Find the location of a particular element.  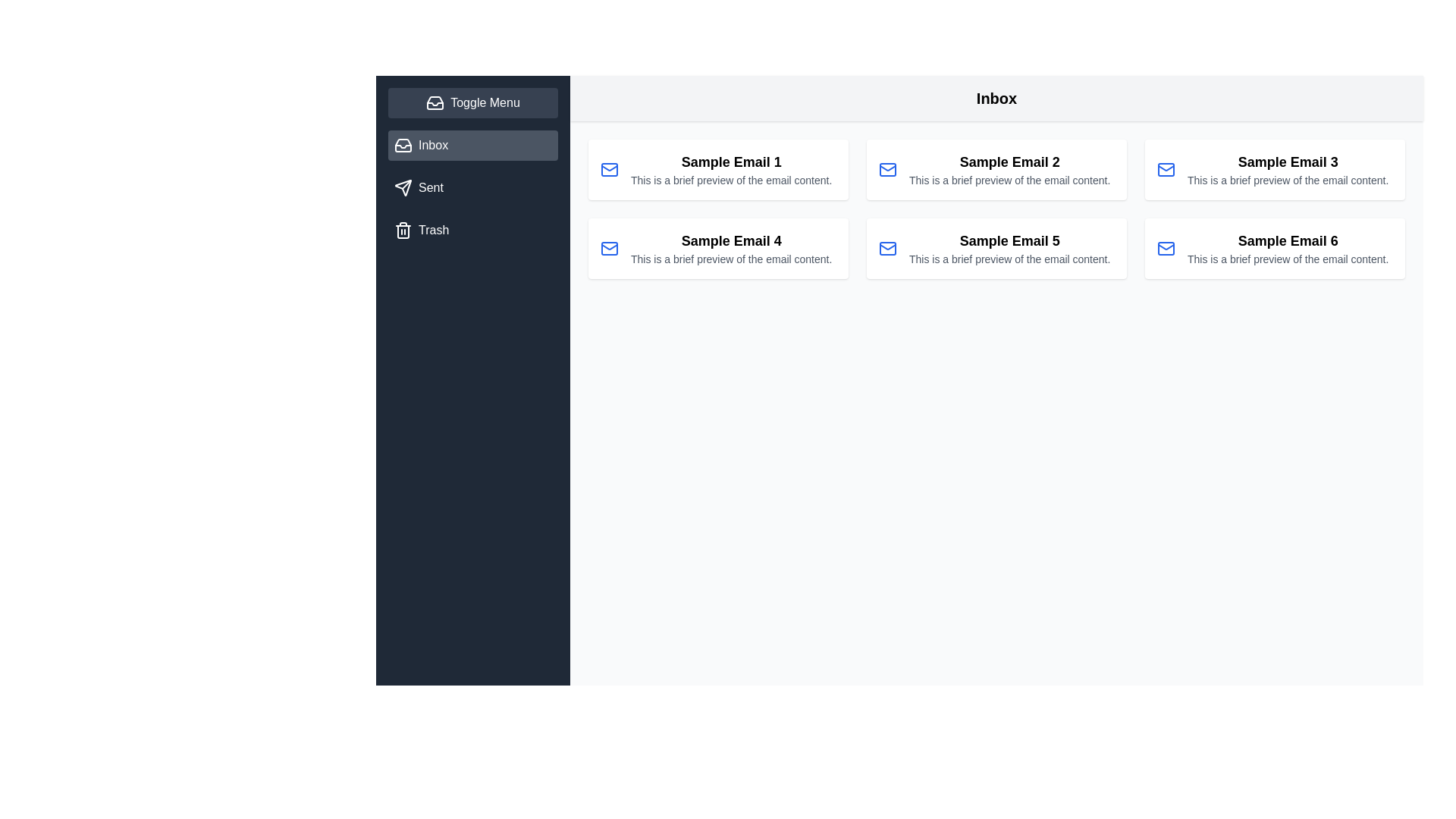

the clickable email preview tile in the inbox view is located at coordinates (717, 169).